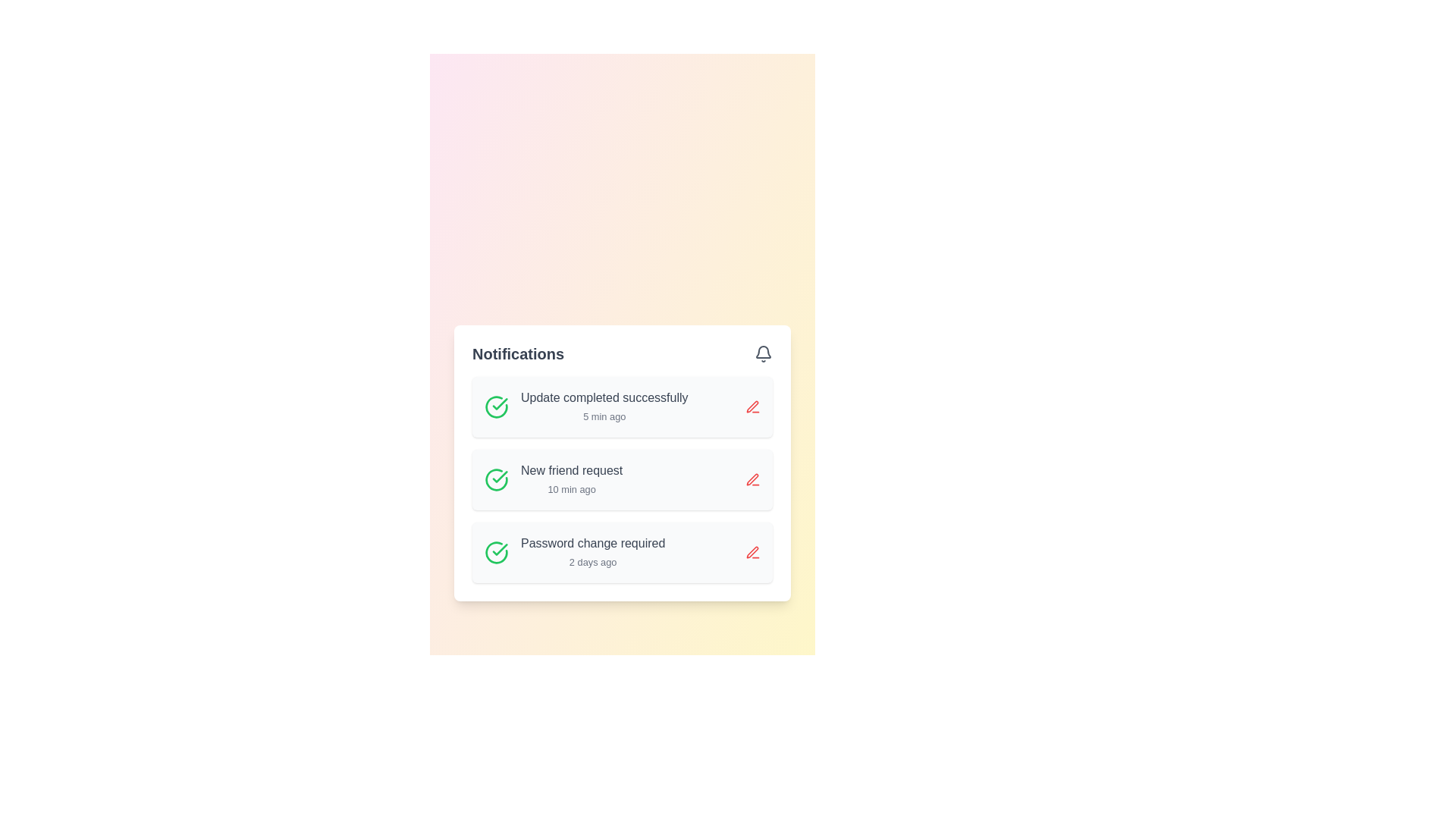 The height and width of the screenshot is (819, 1456). What do you see at coordinates (752, 479) in the screenshot?
I see `the Icon button located in the bottom-right corner of the second notification box in the Notifications card, which allows users to edit the associated notification content` at bounding box center [752, 479].